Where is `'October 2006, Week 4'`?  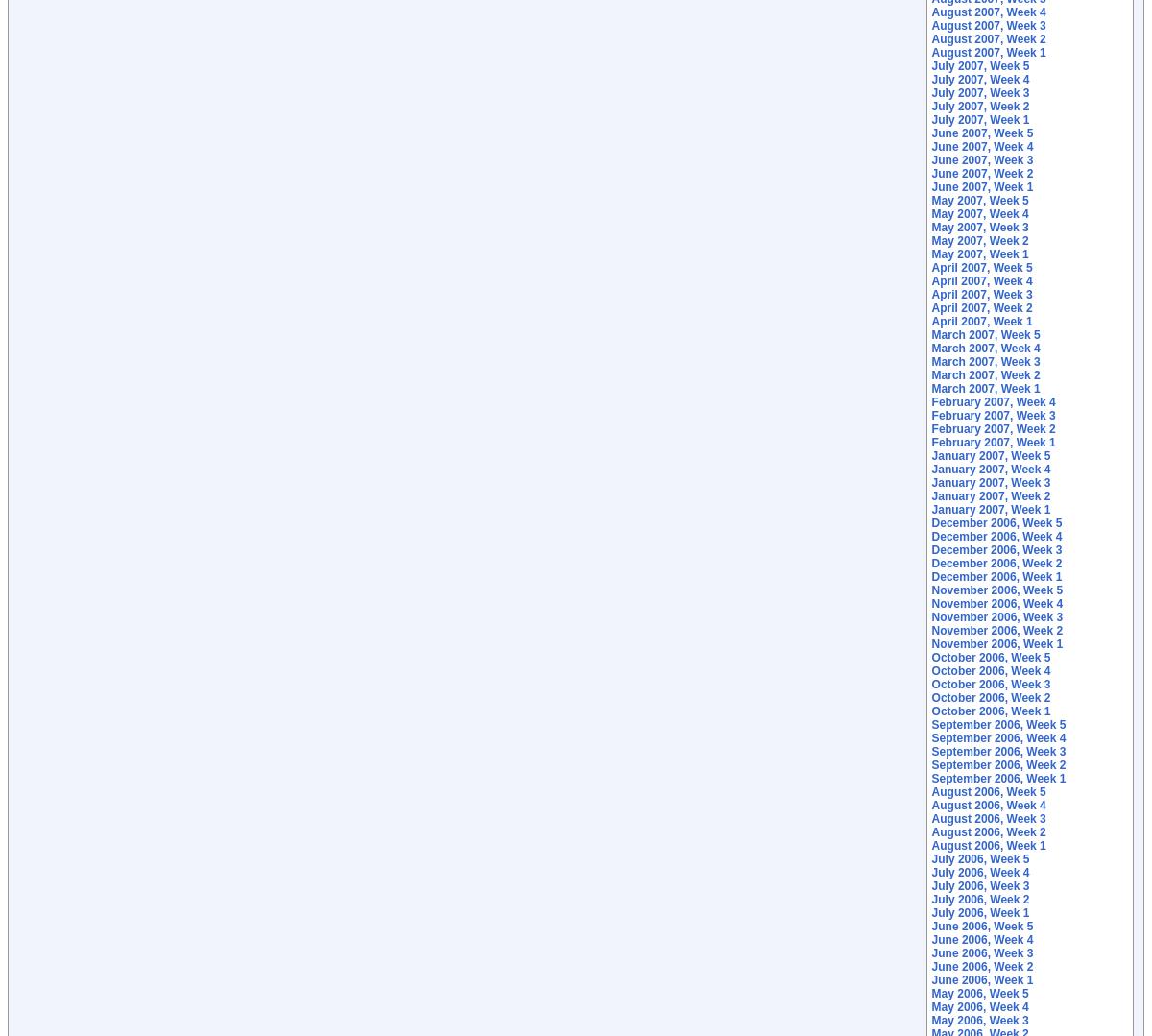
'October 2006, Week 4' is located at coordinates (991, 670).